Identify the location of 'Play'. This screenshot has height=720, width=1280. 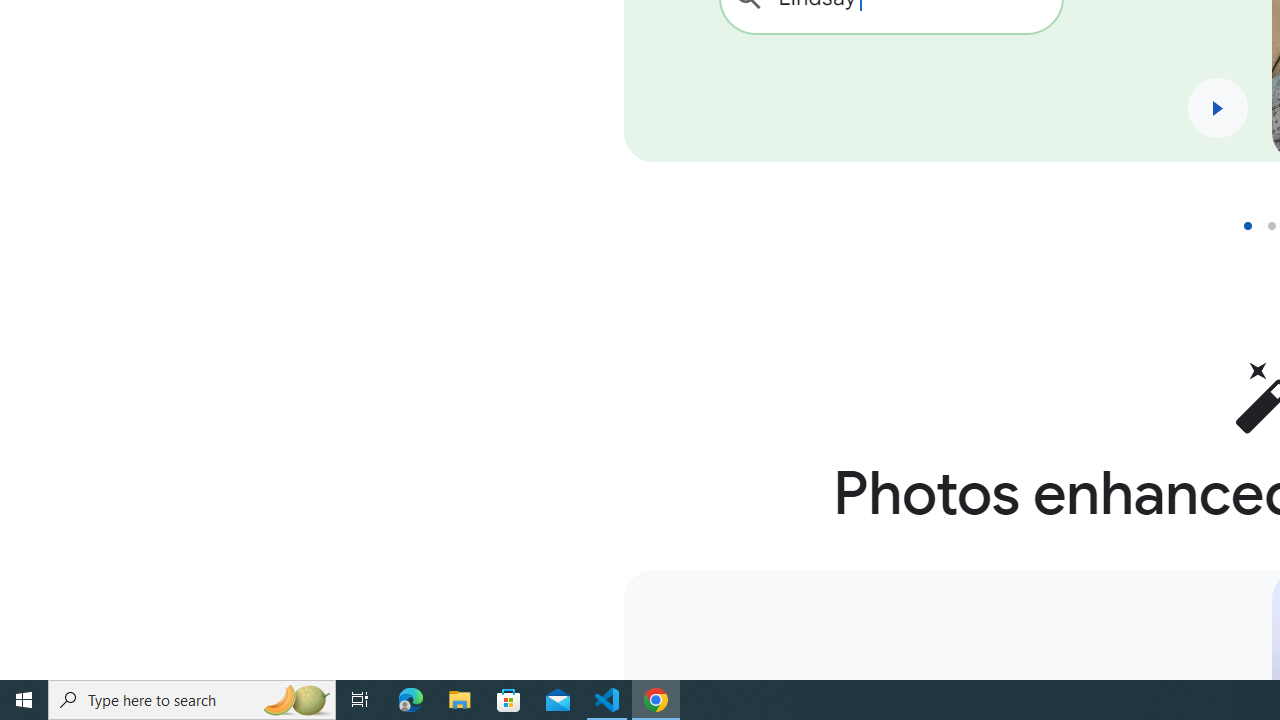
(1216, 108).